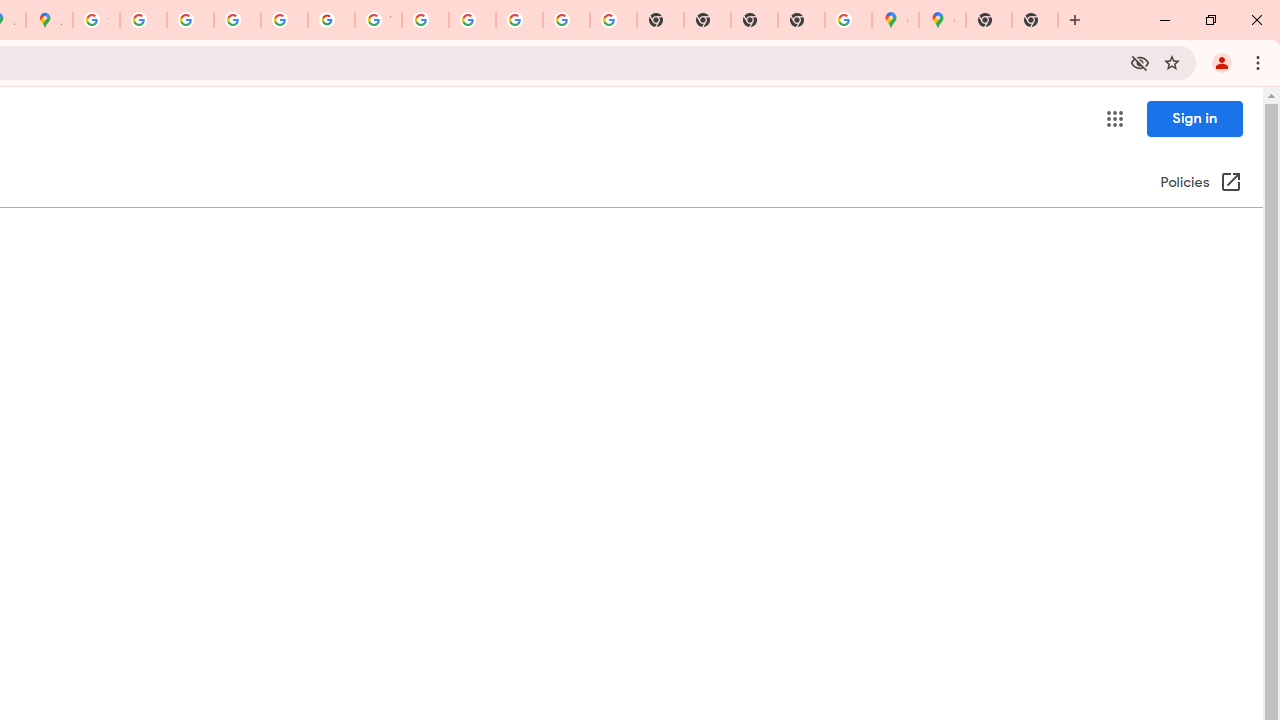 This screenshot has height=720, width=1280. Describe the element at coordinates (989, 20) in the screenshot. I see `'New Tab'` at that location.